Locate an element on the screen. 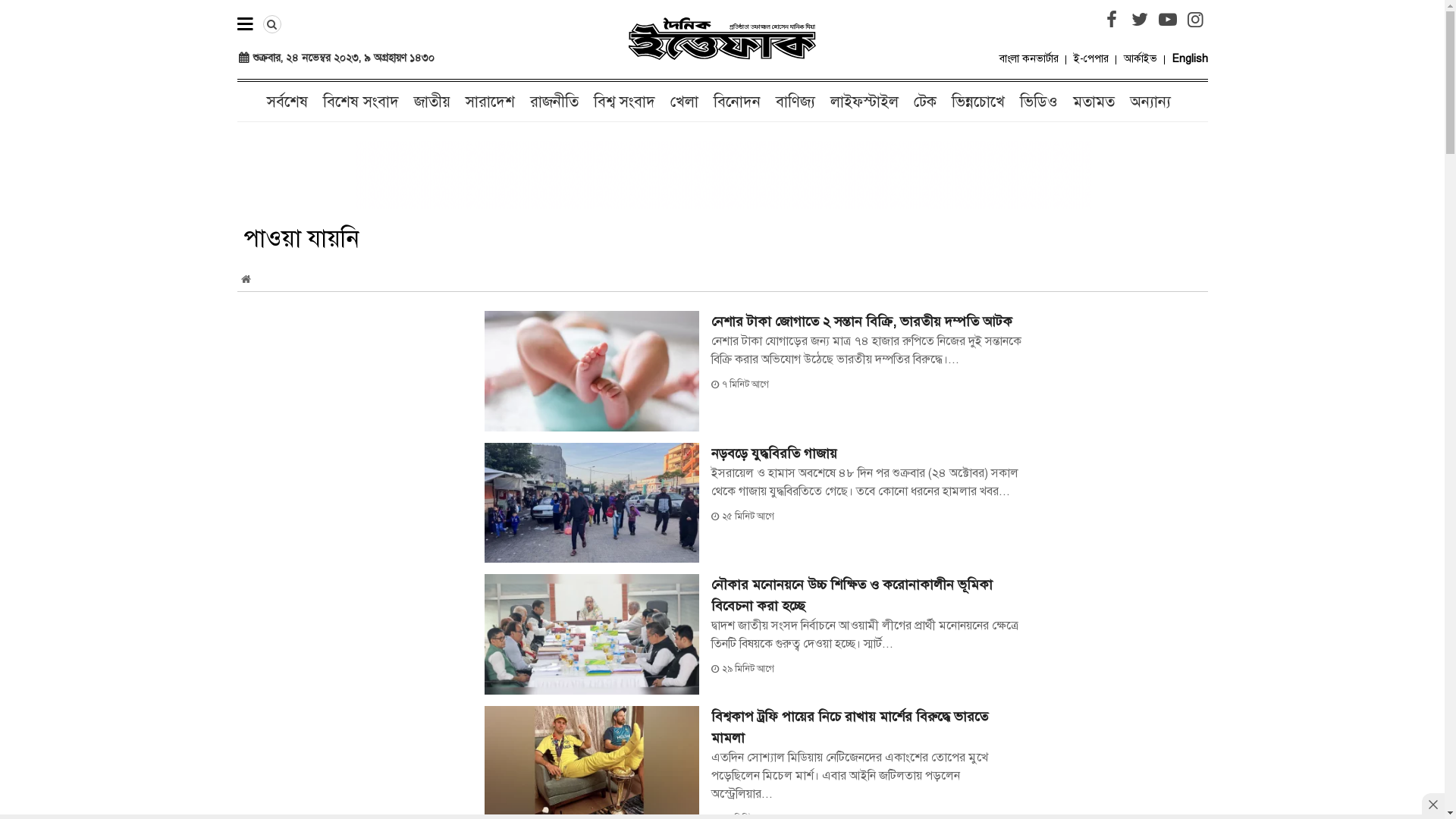 This screenshot has height=819, width=1456. 'Facebook' is located at coordinates (1111, 20).